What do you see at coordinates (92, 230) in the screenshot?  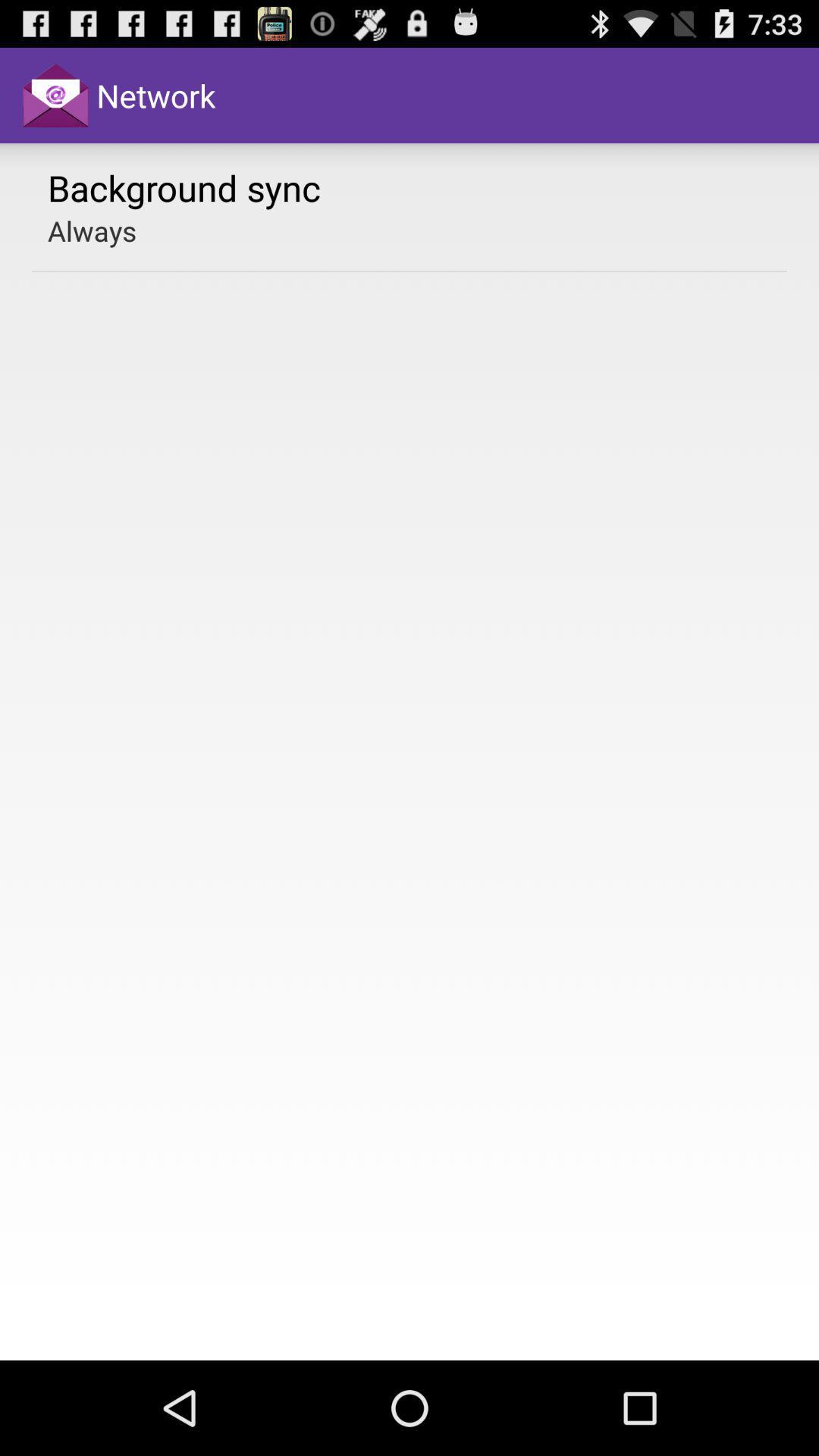 I see `item below background sync app` at bounding box center [92, 230].